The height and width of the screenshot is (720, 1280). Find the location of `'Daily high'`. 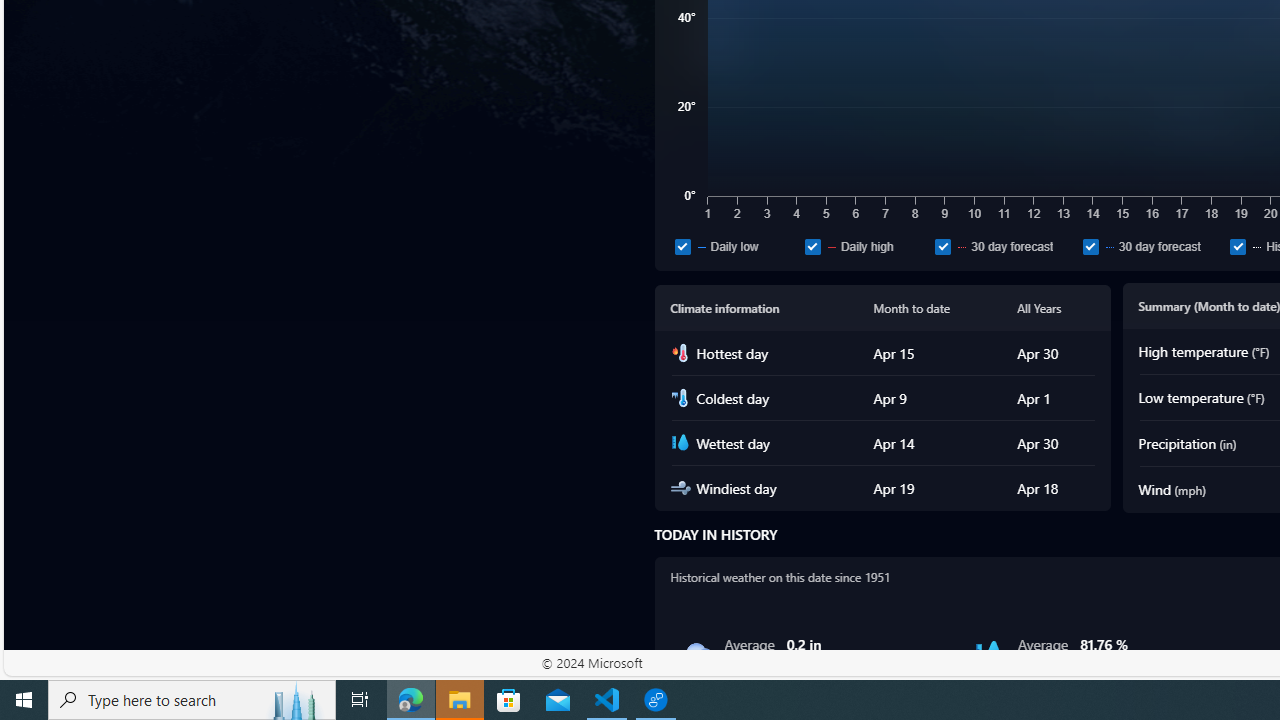

'Daily high' is located at coordinates (865, 245).